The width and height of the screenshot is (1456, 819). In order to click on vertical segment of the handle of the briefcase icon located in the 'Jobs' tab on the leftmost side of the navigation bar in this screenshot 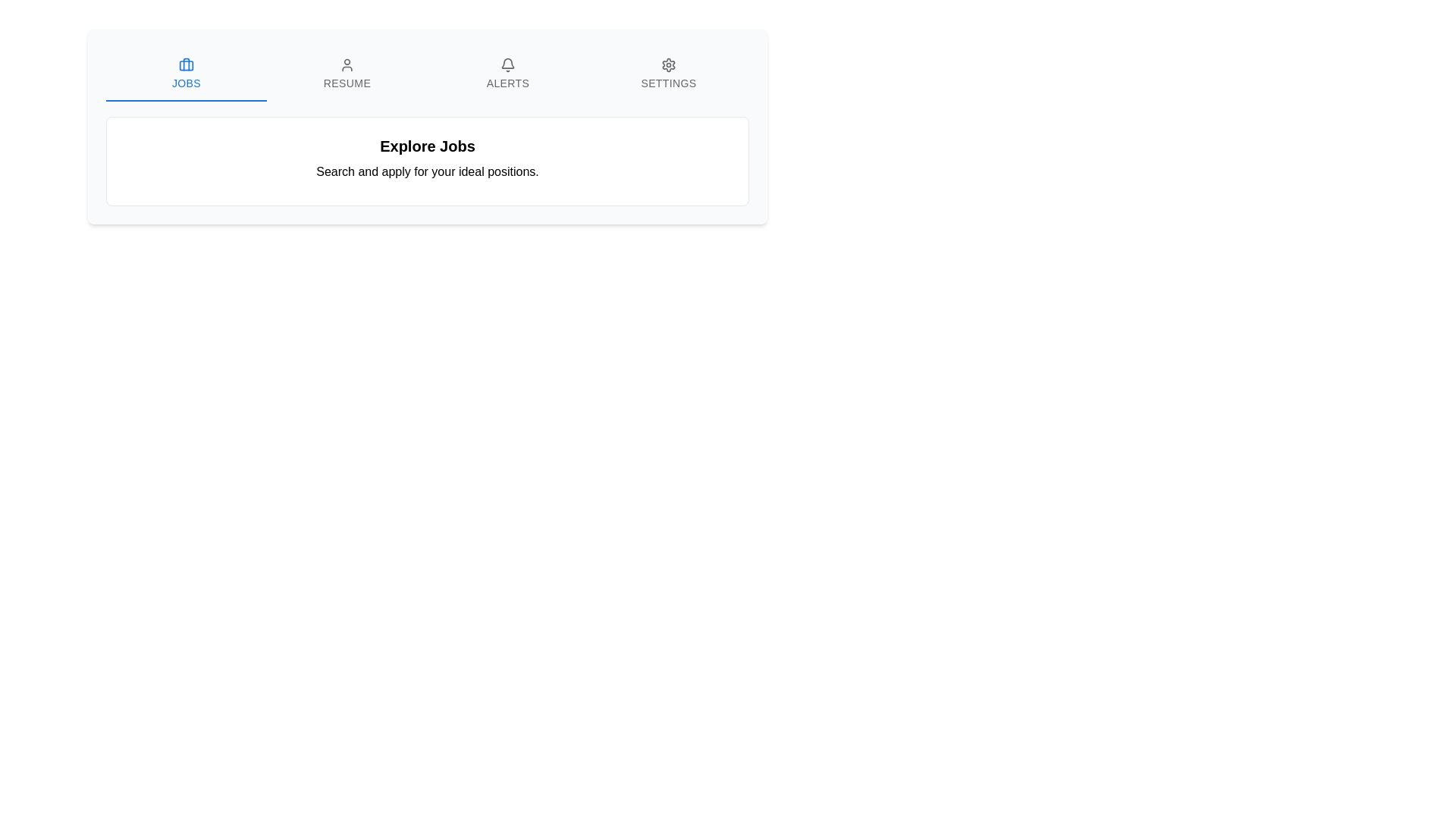, I will do `click(185, 63)`.